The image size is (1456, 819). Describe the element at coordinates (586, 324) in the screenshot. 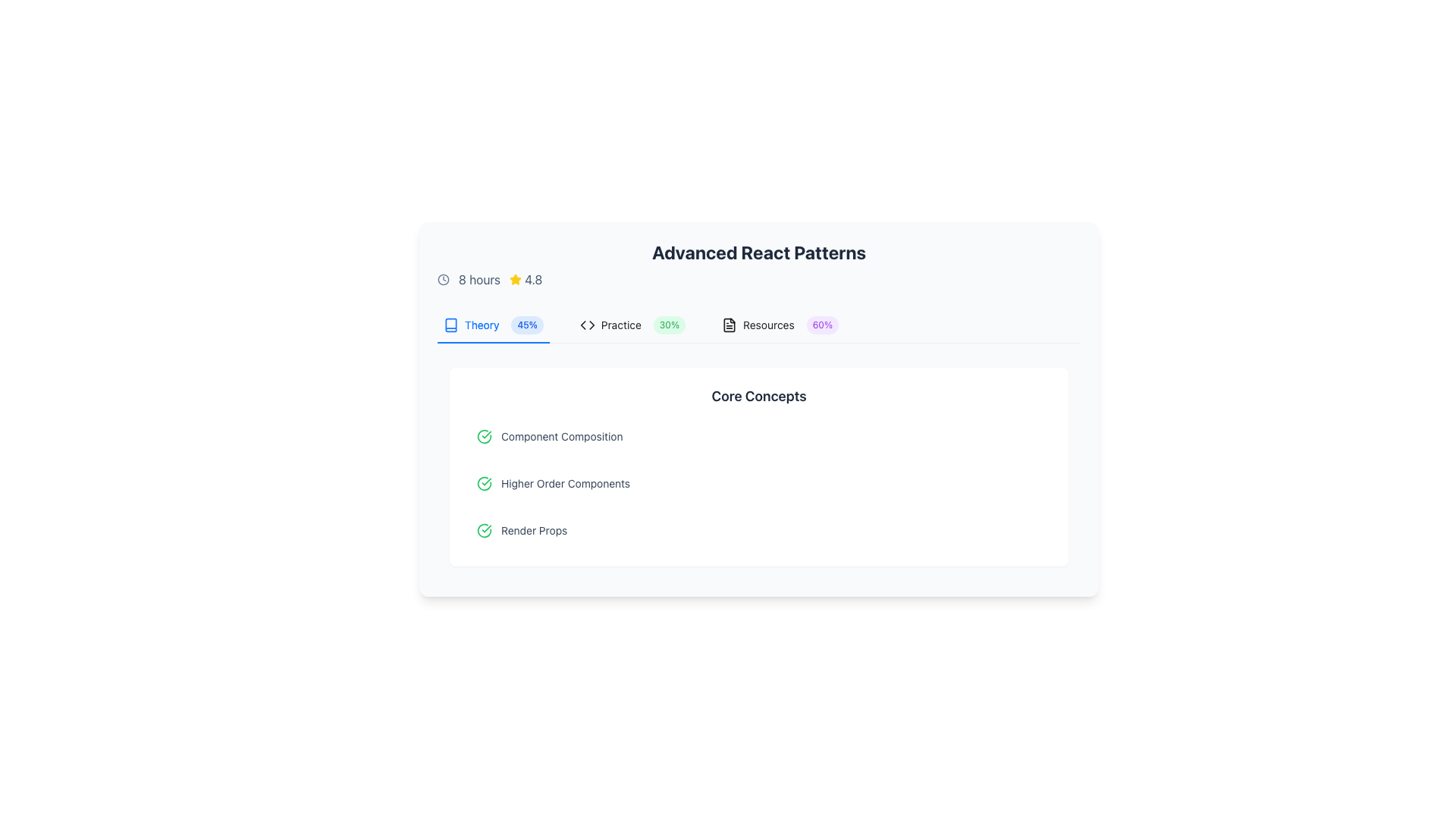

I see `the first icon in the 'Practice' section, located next to the 'Practice' text and the progress indicator (30%)` at that location.